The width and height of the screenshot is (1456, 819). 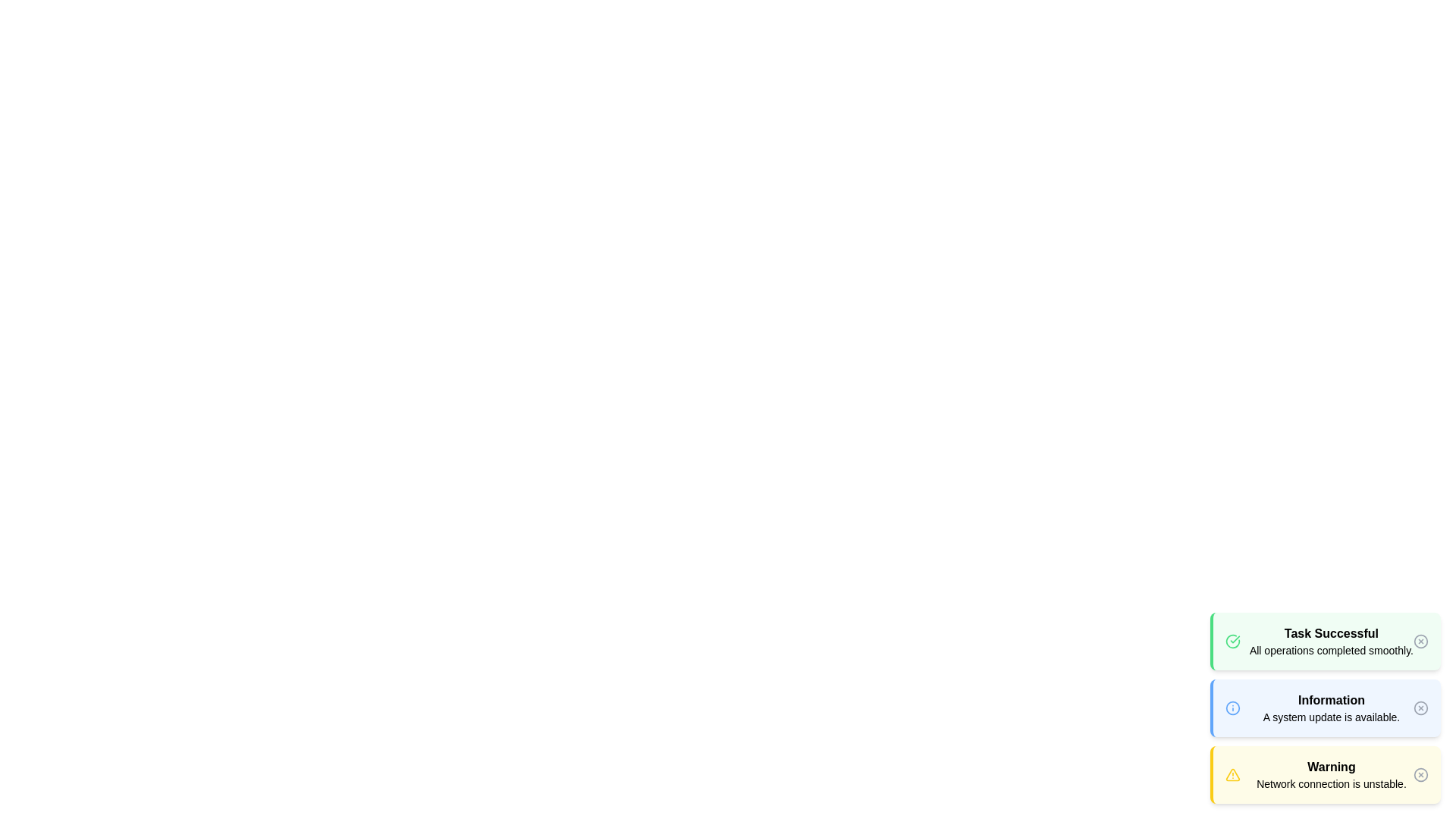 What do you see at coordinates (1324, 641) in the screenshot?
I see `the alert with the type success` at bounding box center [1324, 641].